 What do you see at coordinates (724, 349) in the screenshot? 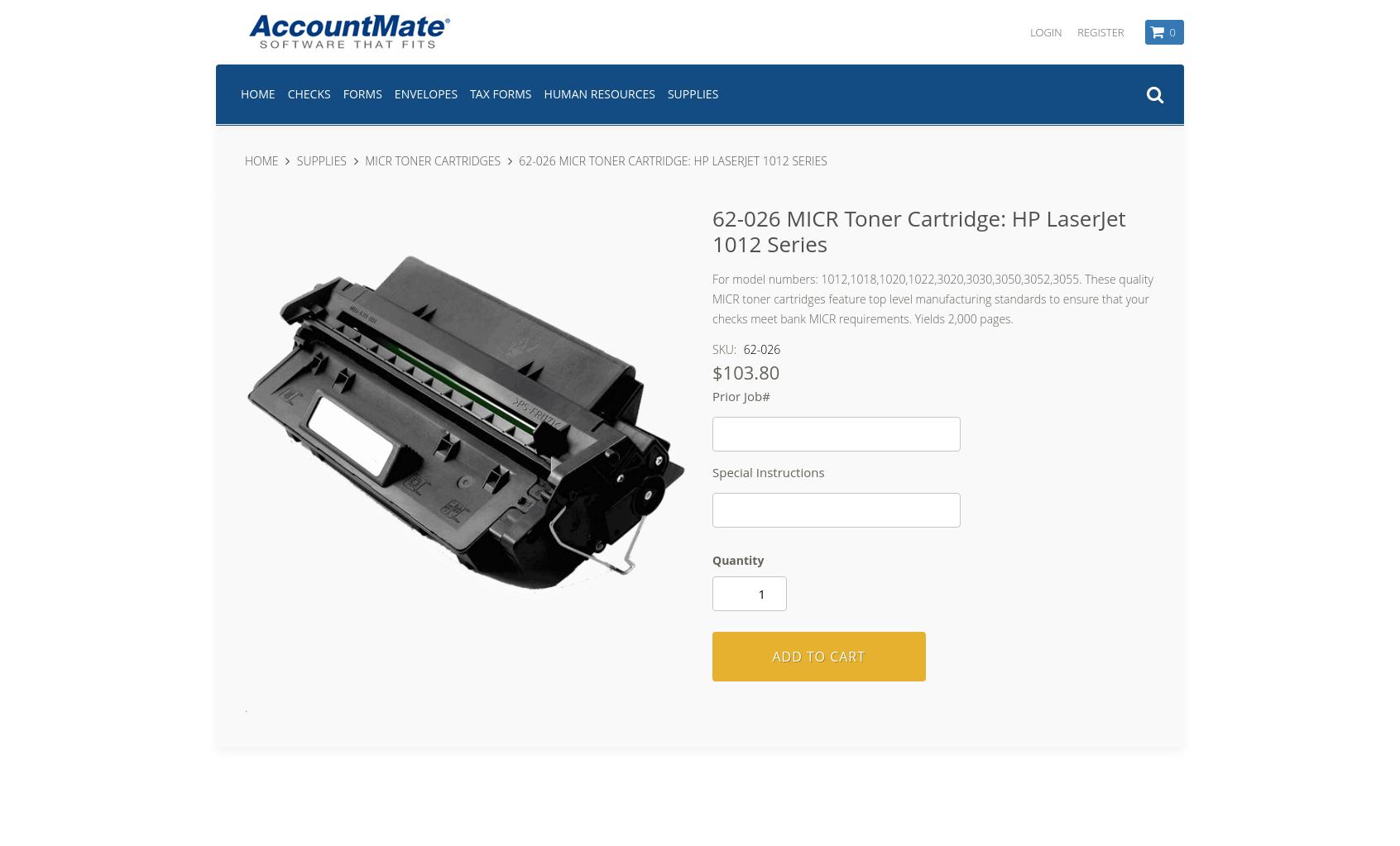
I see `'SKU:'` at bounding box center [724, 349].